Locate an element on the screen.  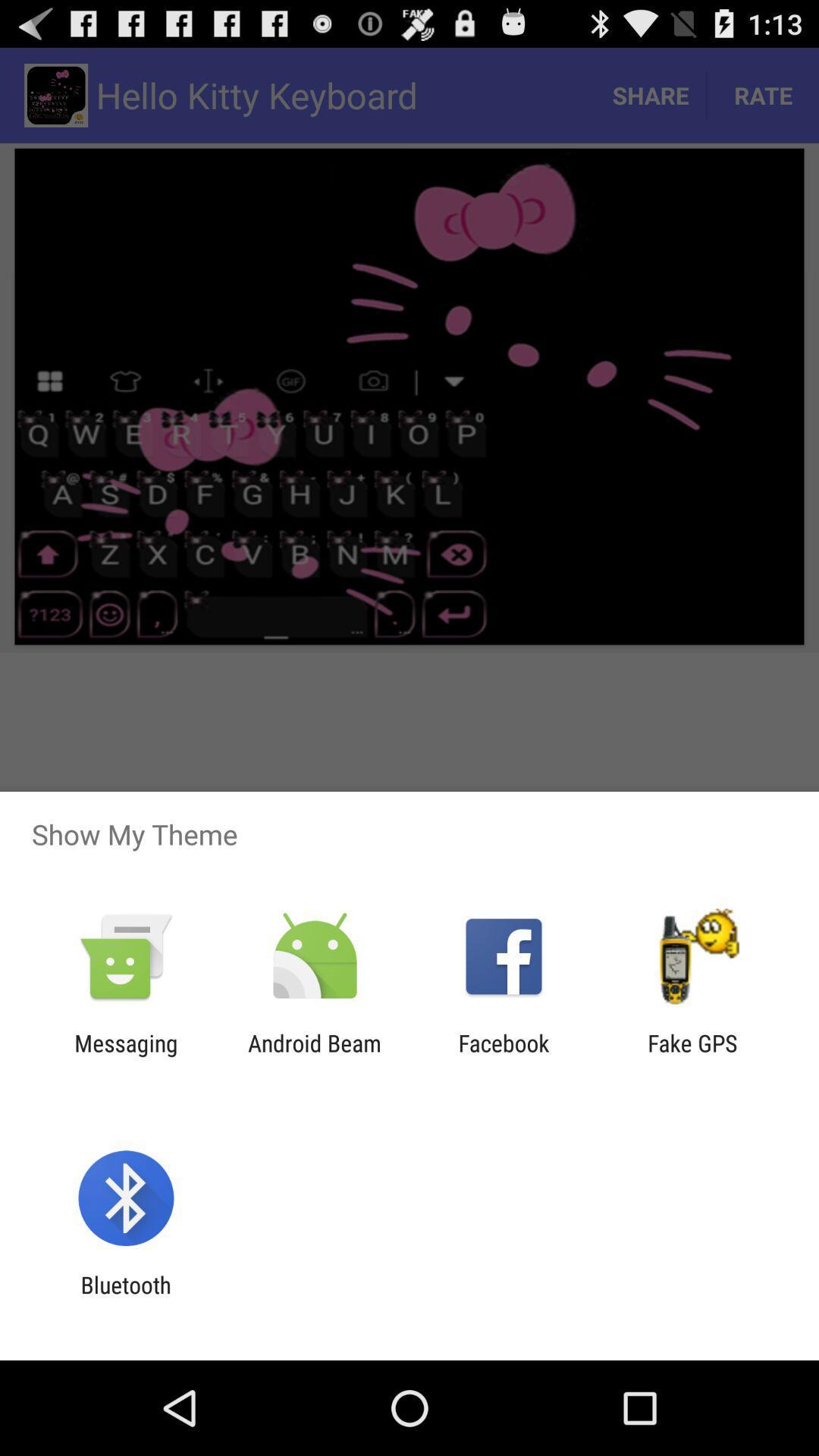
bluetooth item is located at coordinates (125, 1298).